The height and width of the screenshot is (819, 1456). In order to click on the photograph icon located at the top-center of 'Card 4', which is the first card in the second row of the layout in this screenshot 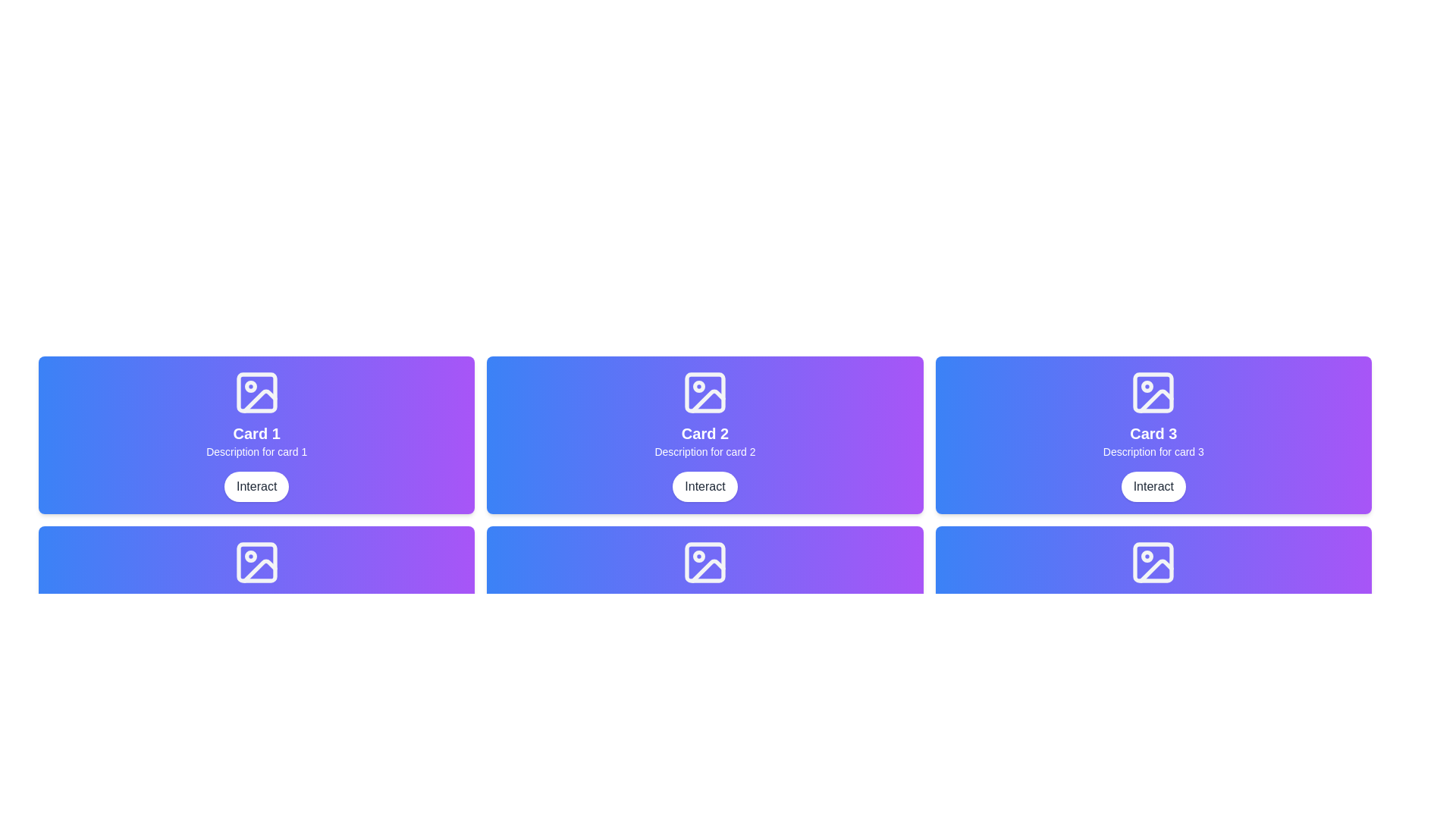, I will do `click(256, 562)`.